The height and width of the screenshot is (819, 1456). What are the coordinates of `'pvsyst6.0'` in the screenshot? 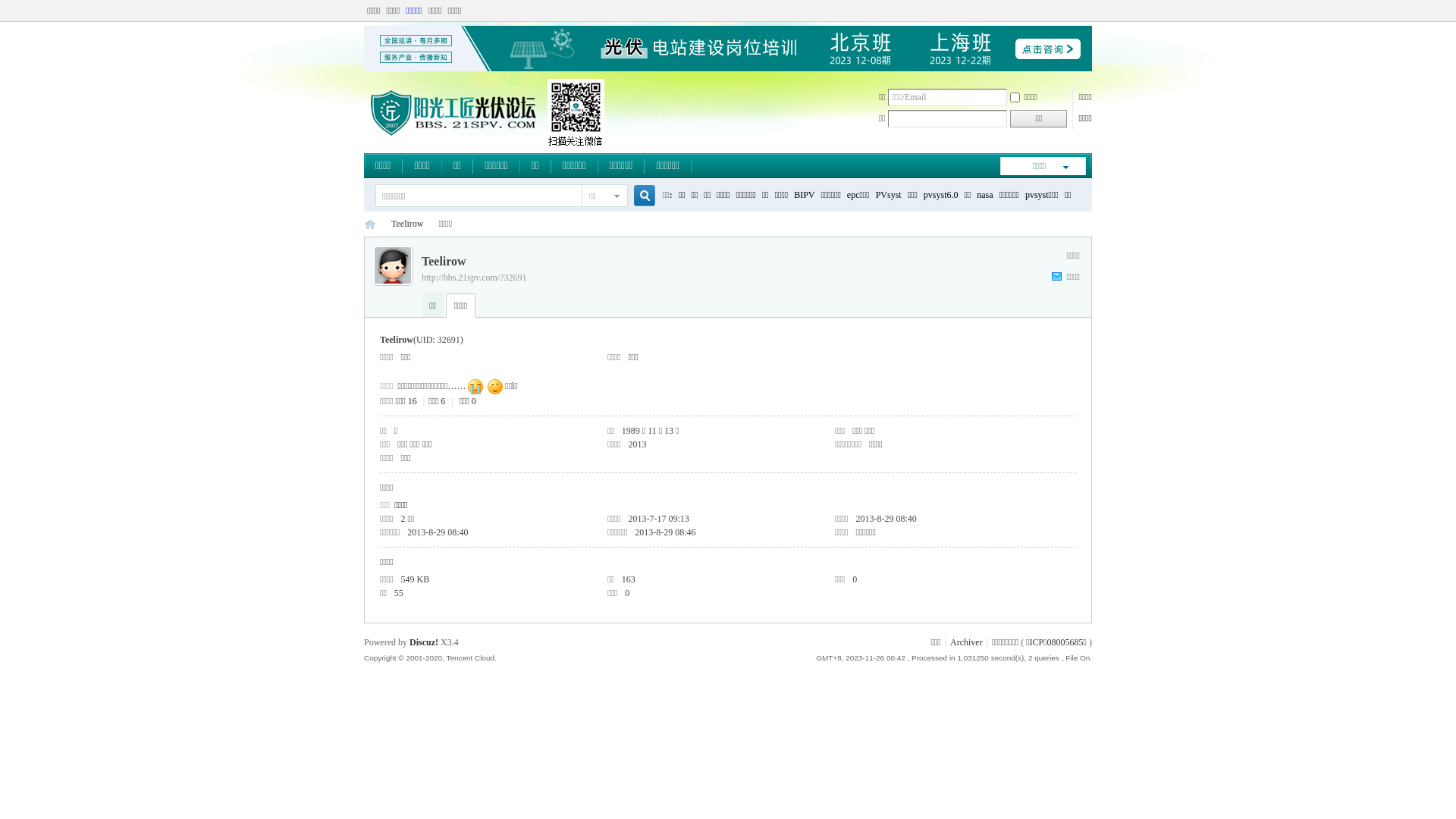 It's located at (940, 194).